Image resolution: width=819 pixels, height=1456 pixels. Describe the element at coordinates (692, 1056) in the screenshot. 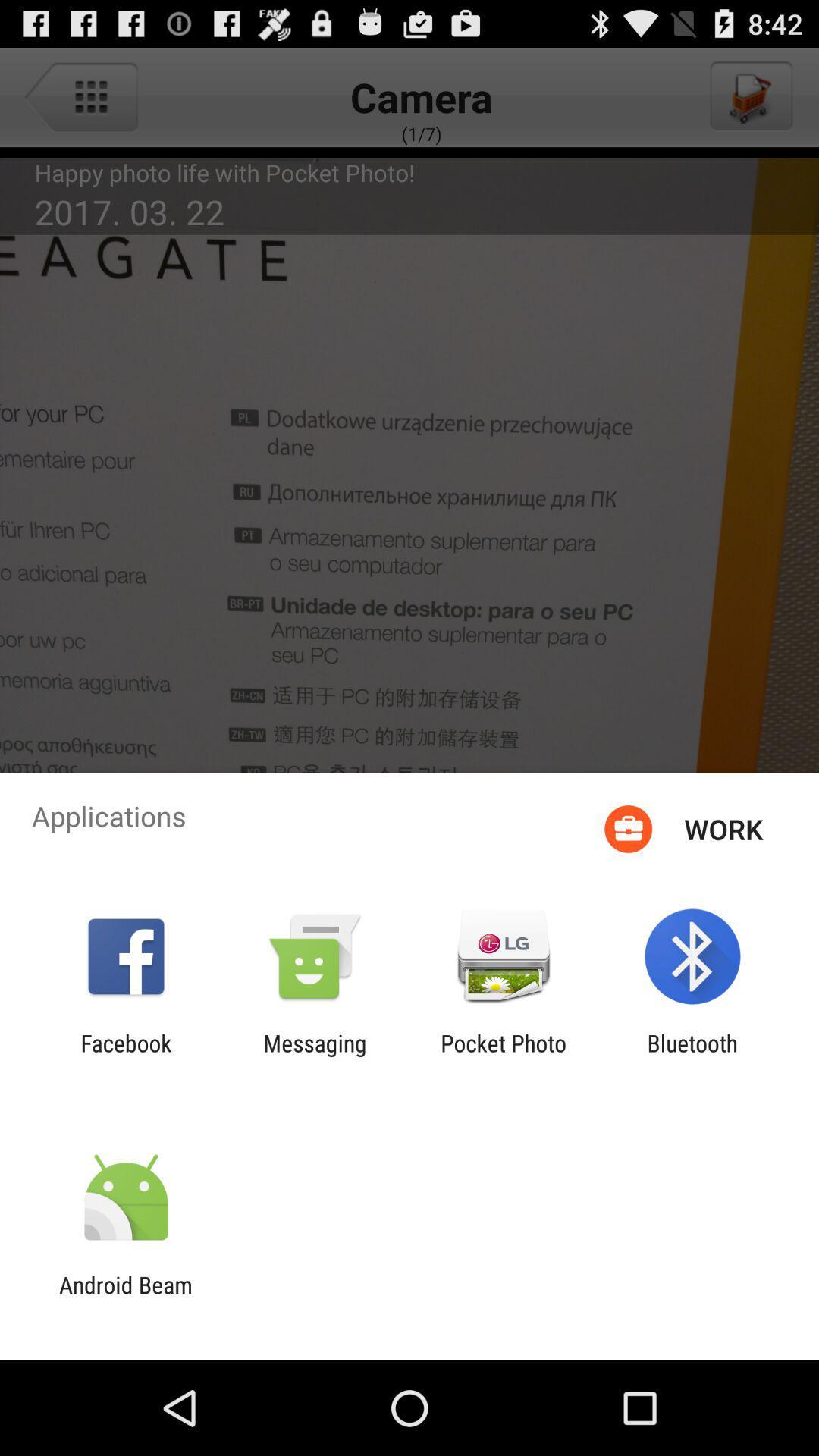

I see `icon at the bottom right corner` at that location.